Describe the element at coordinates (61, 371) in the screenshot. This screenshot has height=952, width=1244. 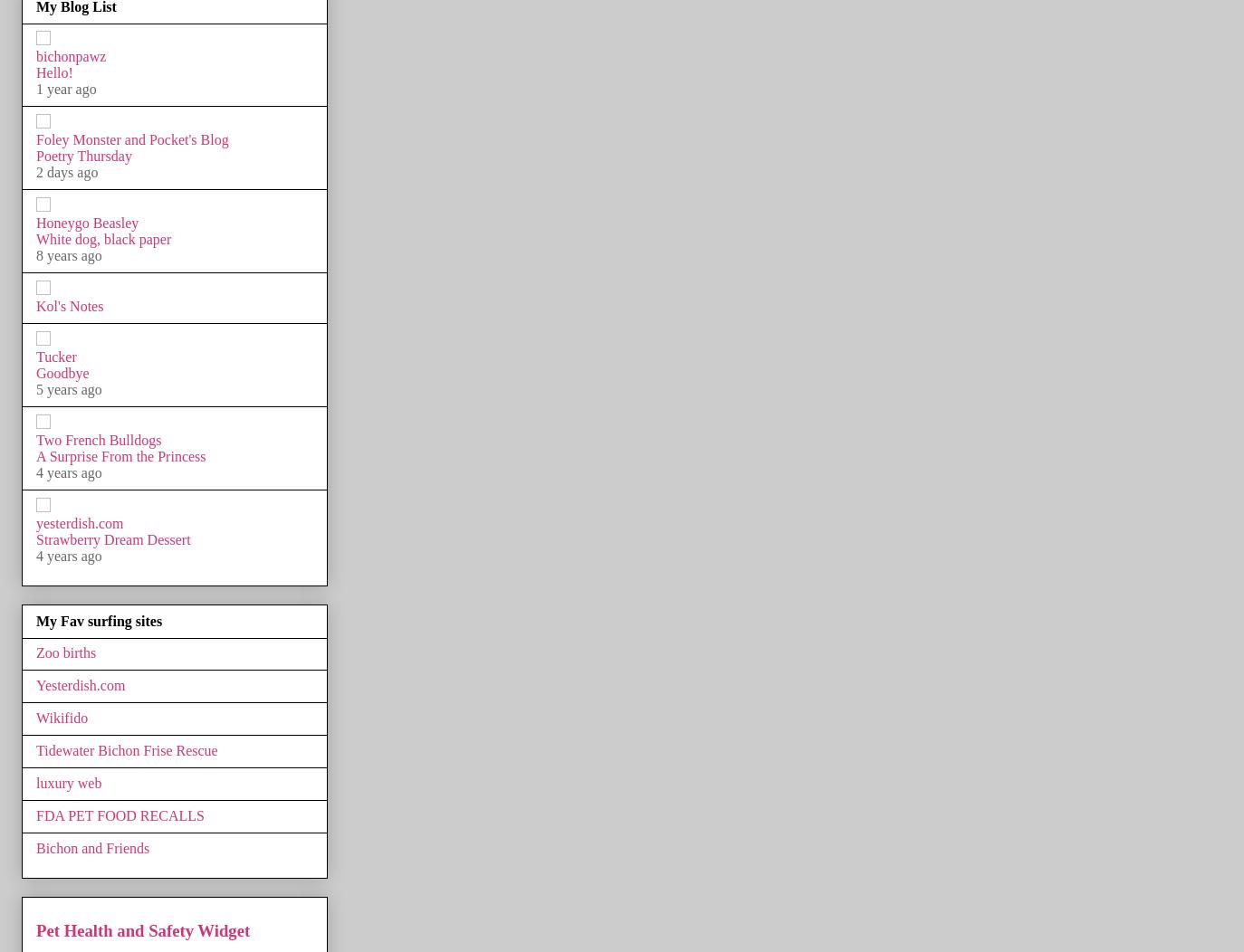
I see `'Goodbye'` at that location.